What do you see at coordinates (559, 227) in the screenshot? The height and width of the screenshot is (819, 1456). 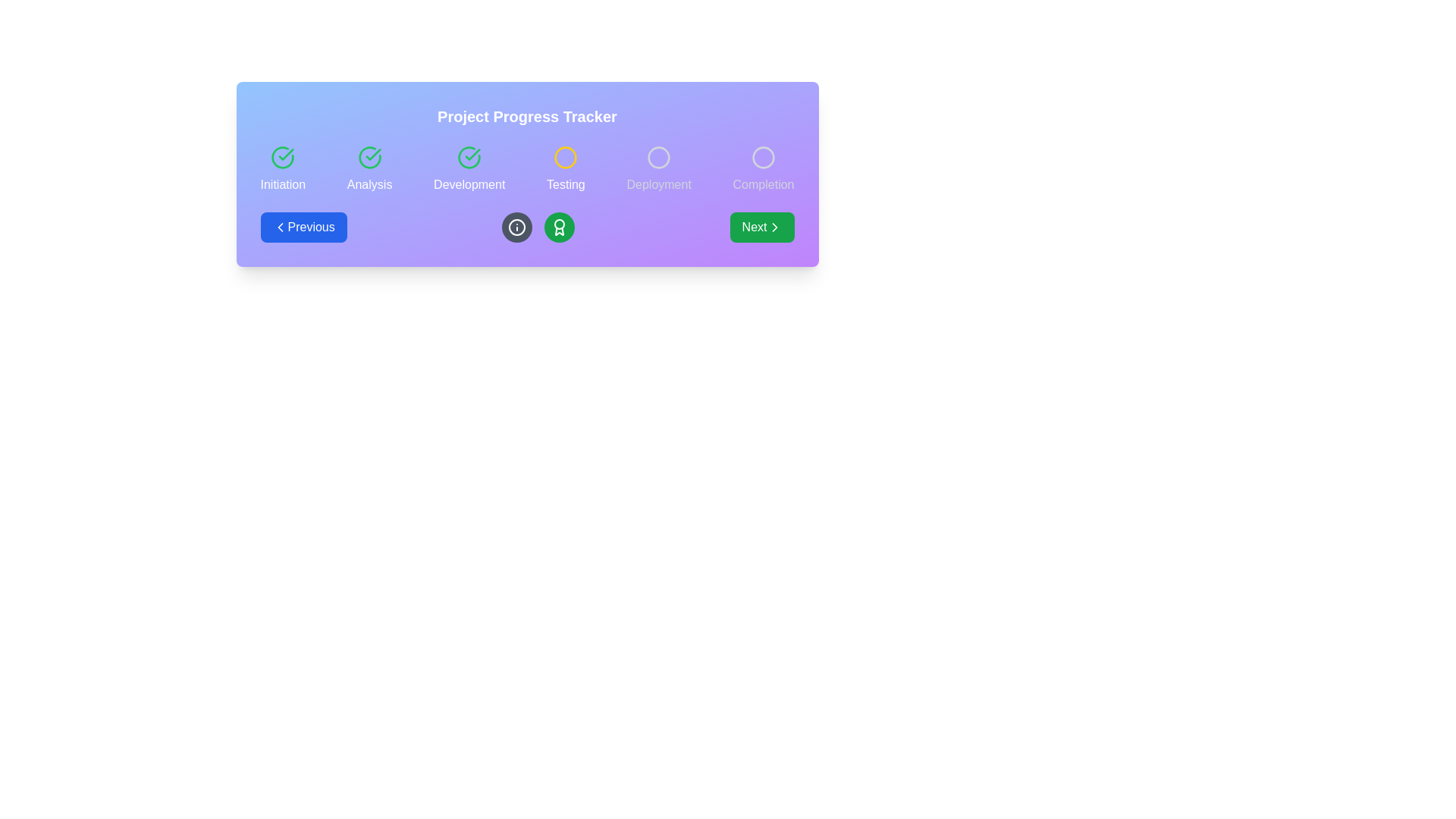 I see `the circular green button with a white award icon, which is the second button in a horizontal layout within the 'Project Progress Tracker' panel` at bounding box center [559, 227].